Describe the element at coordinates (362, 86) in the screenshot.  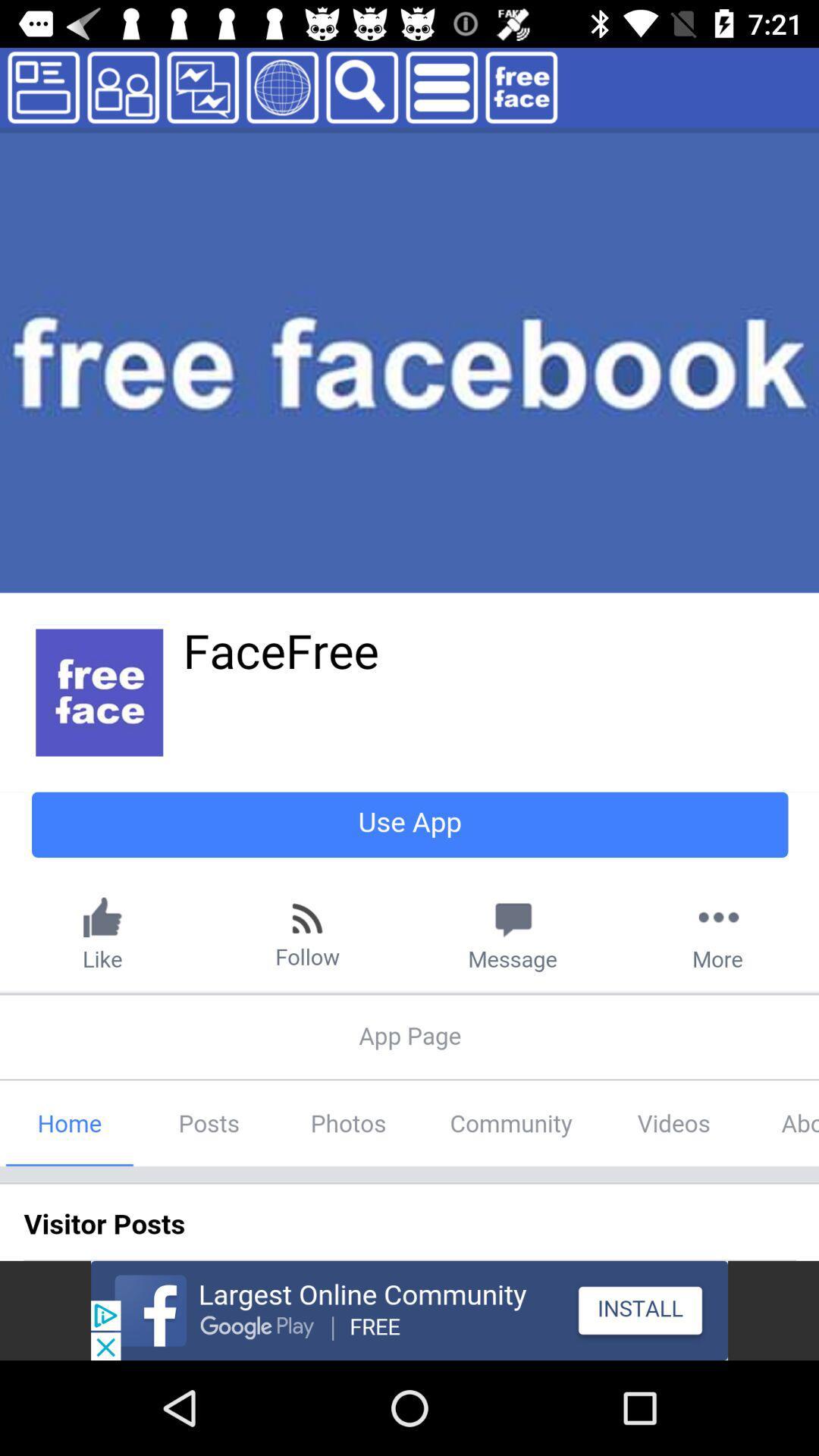
I see `the search icon` at that location.